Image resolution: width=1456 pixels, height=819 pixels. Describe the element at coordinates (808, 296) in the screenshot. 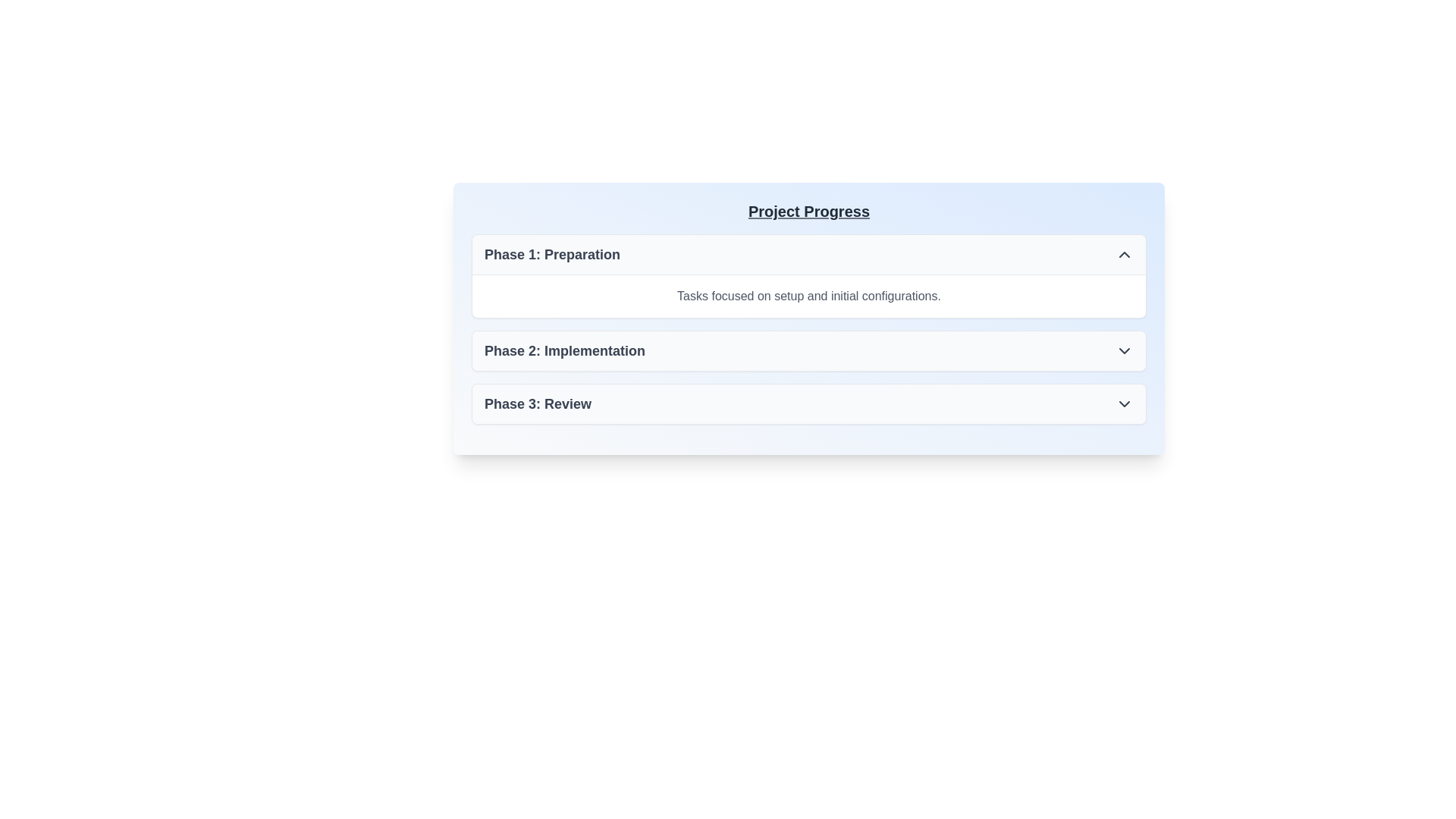

I see `the text label displaying 'Tasks focused on setup and initial configurations.' located below the heading 'Phase 1: Preparation' in the 'Project Progress' section` at that location.